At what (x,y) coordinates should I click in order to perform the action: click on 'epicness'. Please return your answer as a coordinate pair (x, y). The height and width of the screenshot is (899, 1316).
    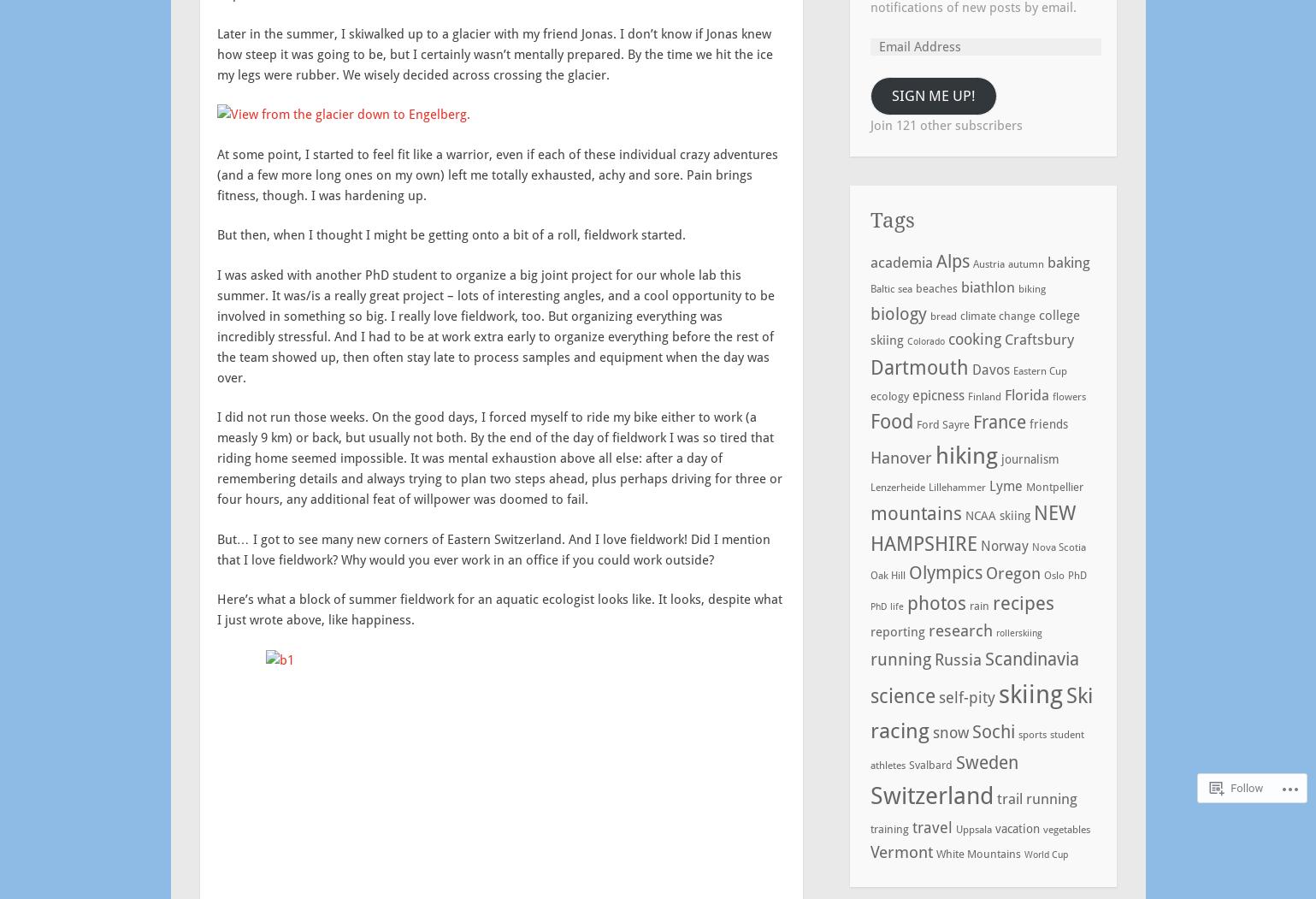
    Looking at the image, I should click on (911, 393).